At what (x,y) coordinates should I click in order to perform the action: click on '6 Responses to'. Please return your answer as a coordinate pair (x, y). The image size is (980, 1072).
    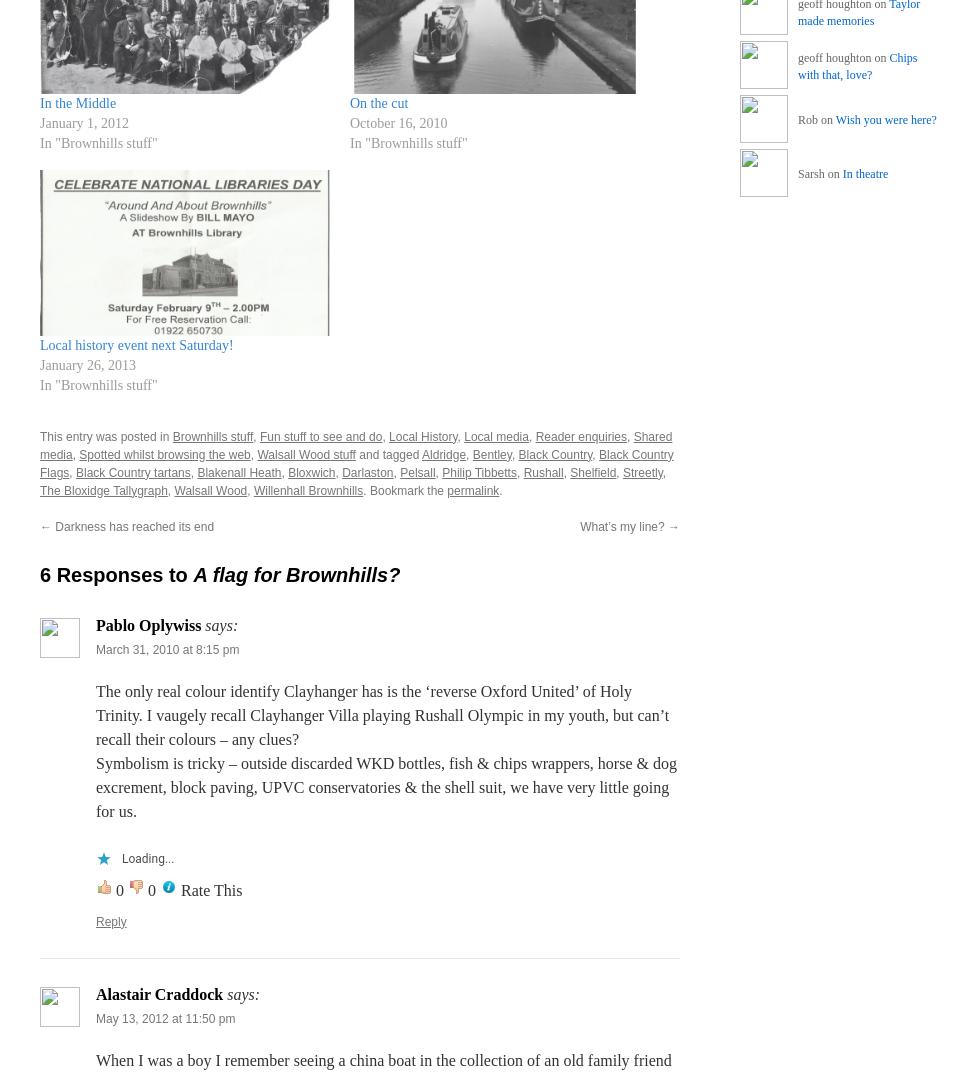
    Looking at the image, I should click on (39, 572).